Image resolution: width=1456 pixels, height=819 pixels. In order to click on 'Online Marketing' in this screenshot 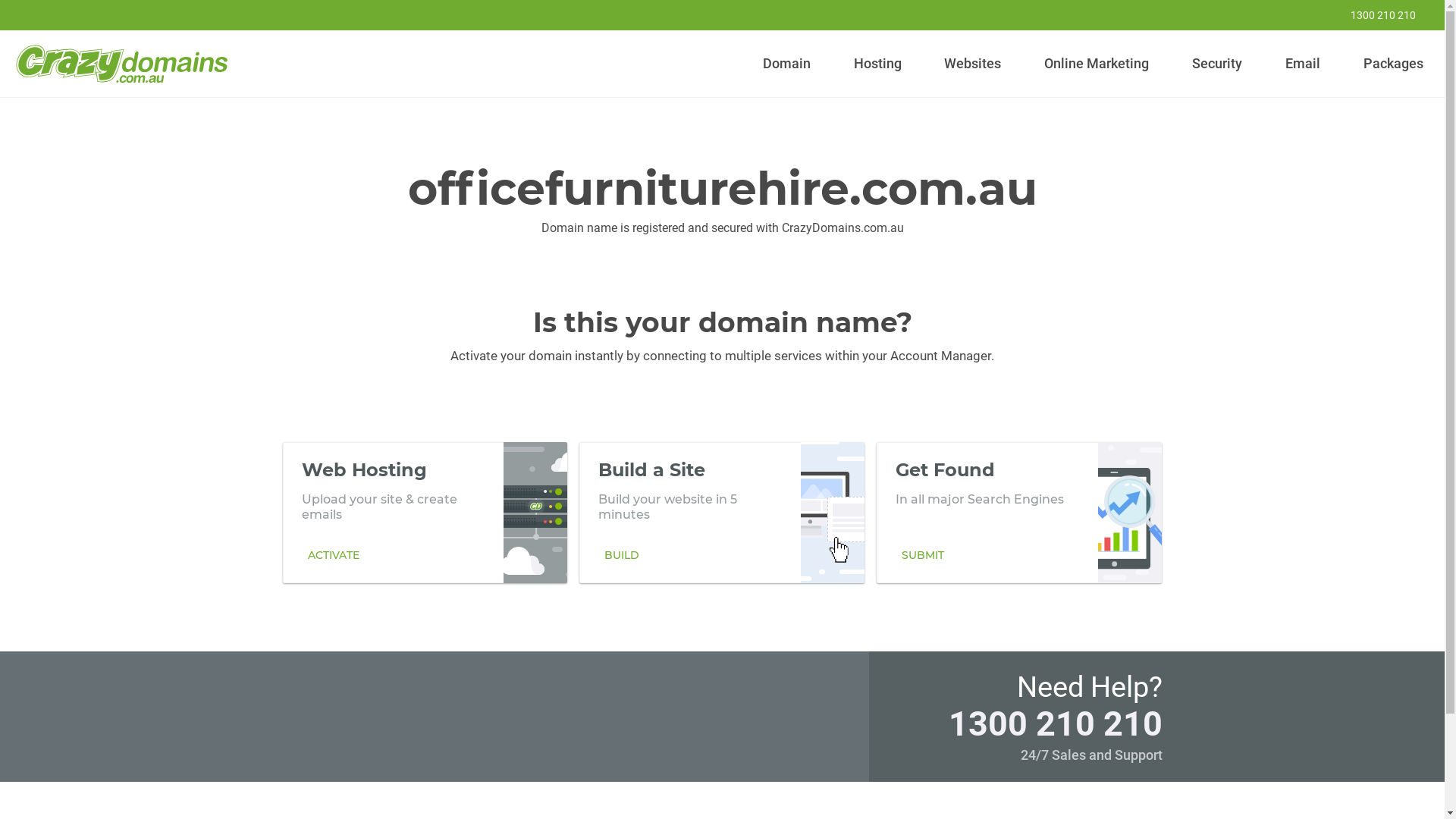, I will do `click(1037, 63)`.